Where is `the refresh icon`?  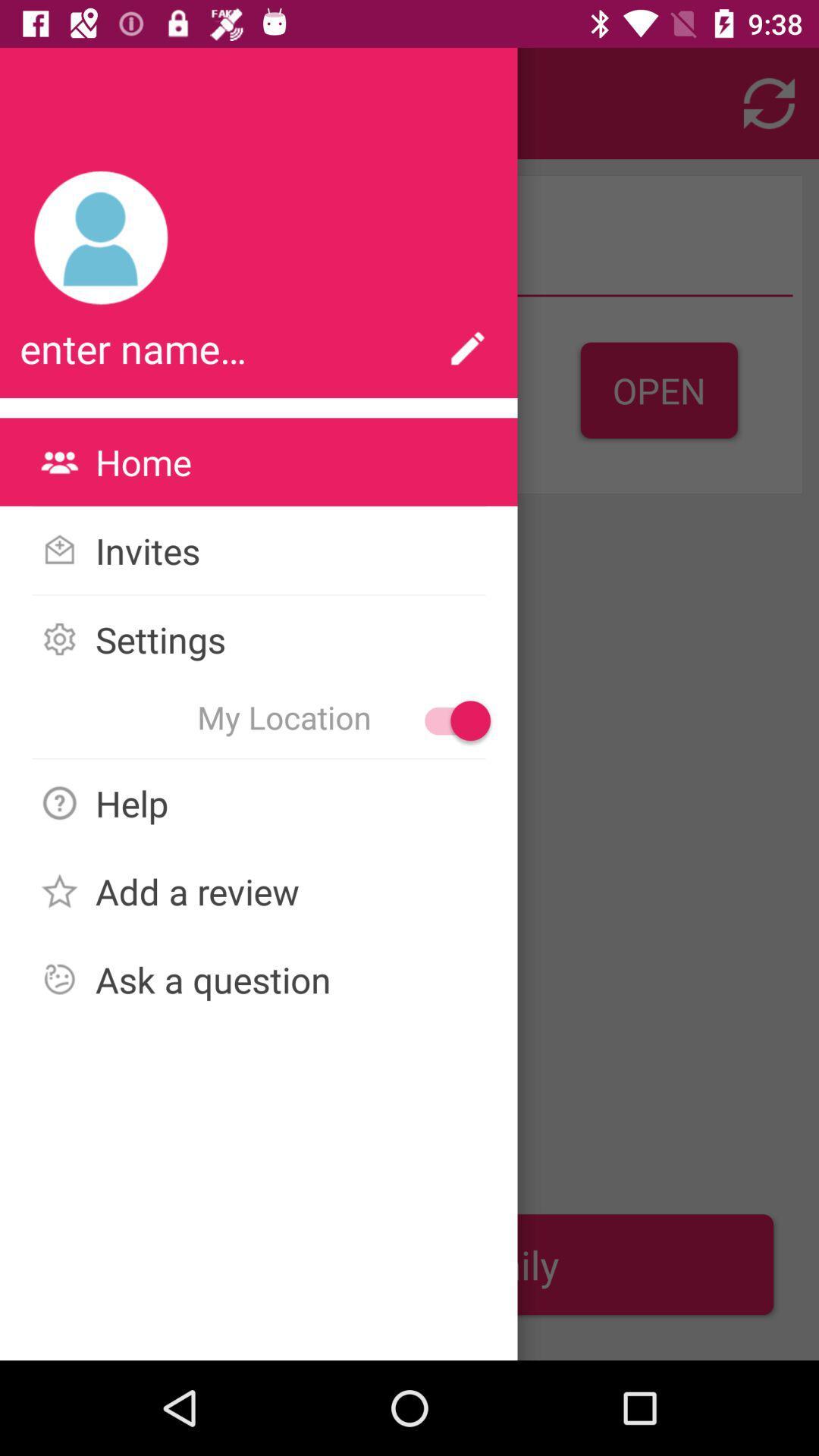
the refresh icon is located at coordinates (769, 102).